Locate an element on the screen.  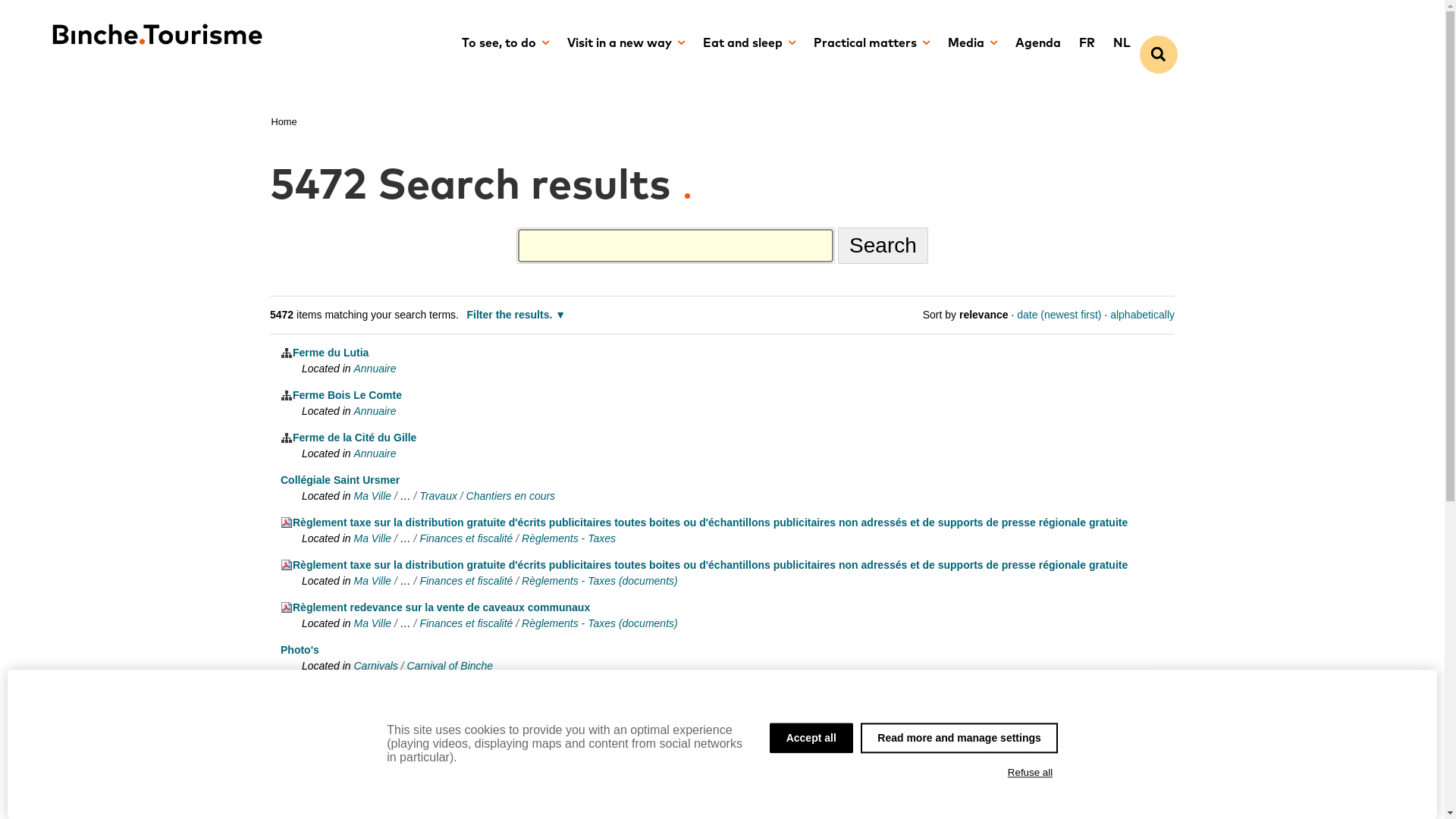
'Filter the results.' is located at coordinates (516, 314).